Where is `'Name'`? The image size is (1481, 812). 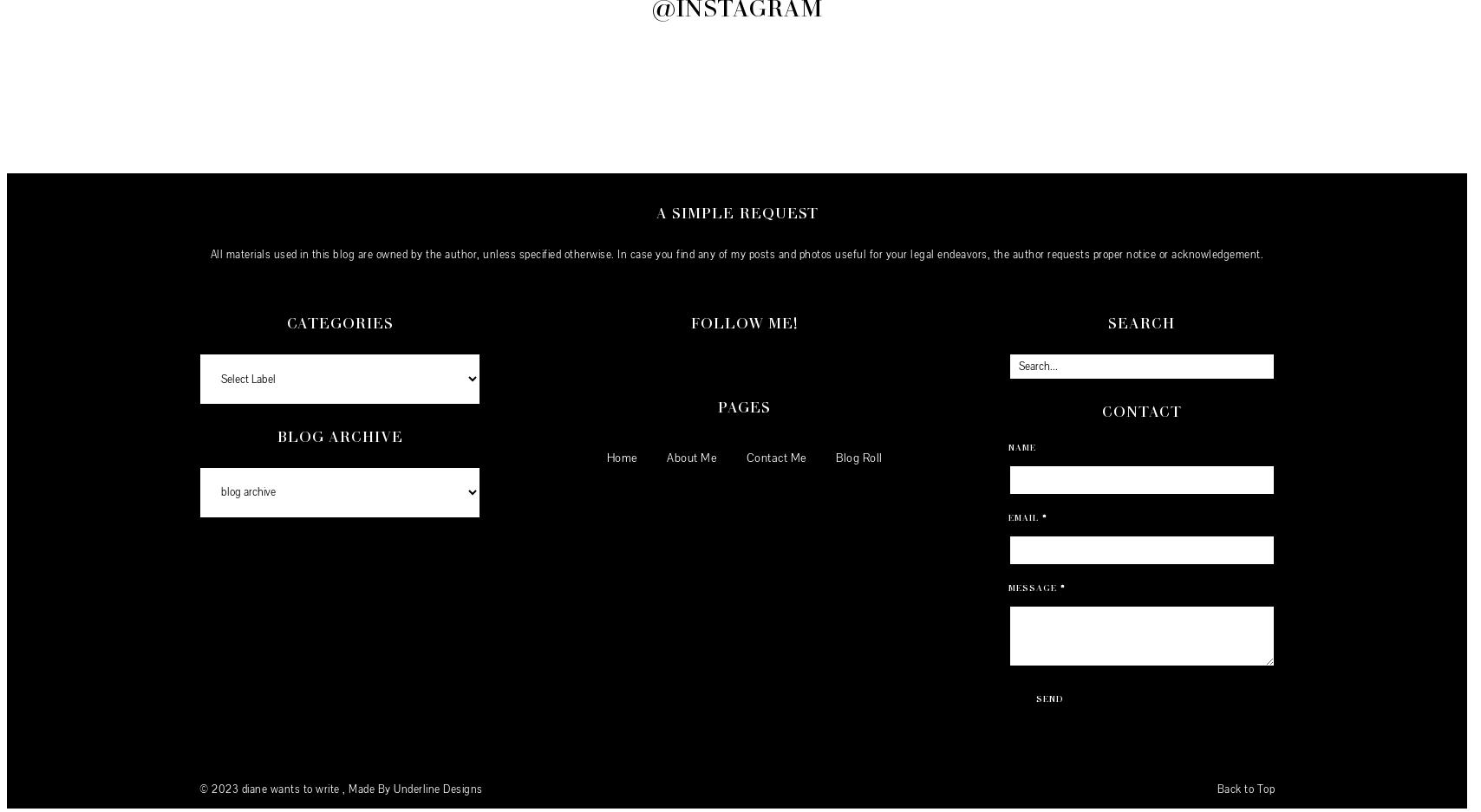
'Name' is located at coordinates (1008, 445).